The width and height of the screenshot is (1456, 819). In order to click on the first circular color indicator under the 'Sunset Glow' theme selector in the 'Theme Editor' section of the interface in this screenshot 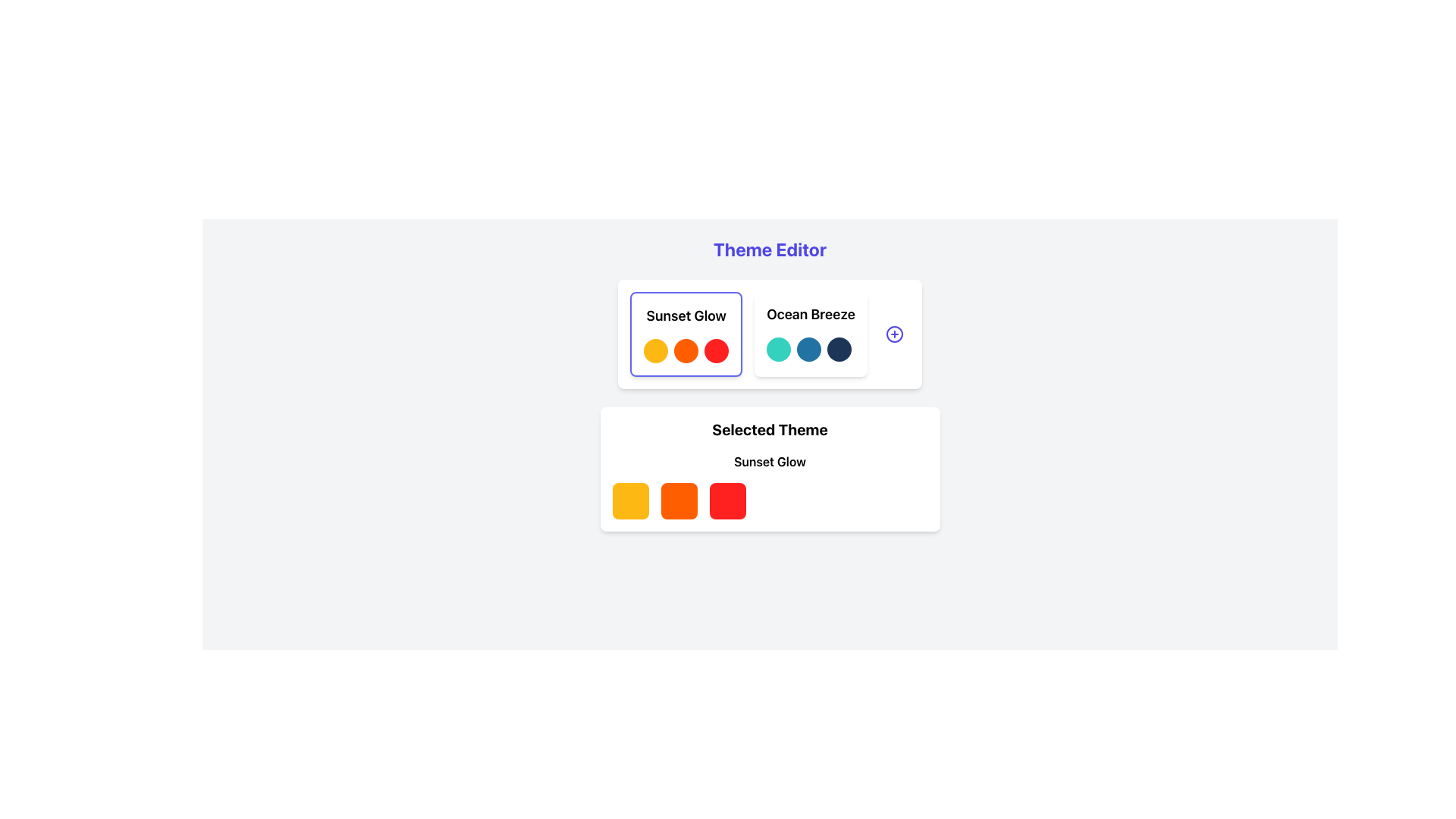, I will do `click(656, 350)`.